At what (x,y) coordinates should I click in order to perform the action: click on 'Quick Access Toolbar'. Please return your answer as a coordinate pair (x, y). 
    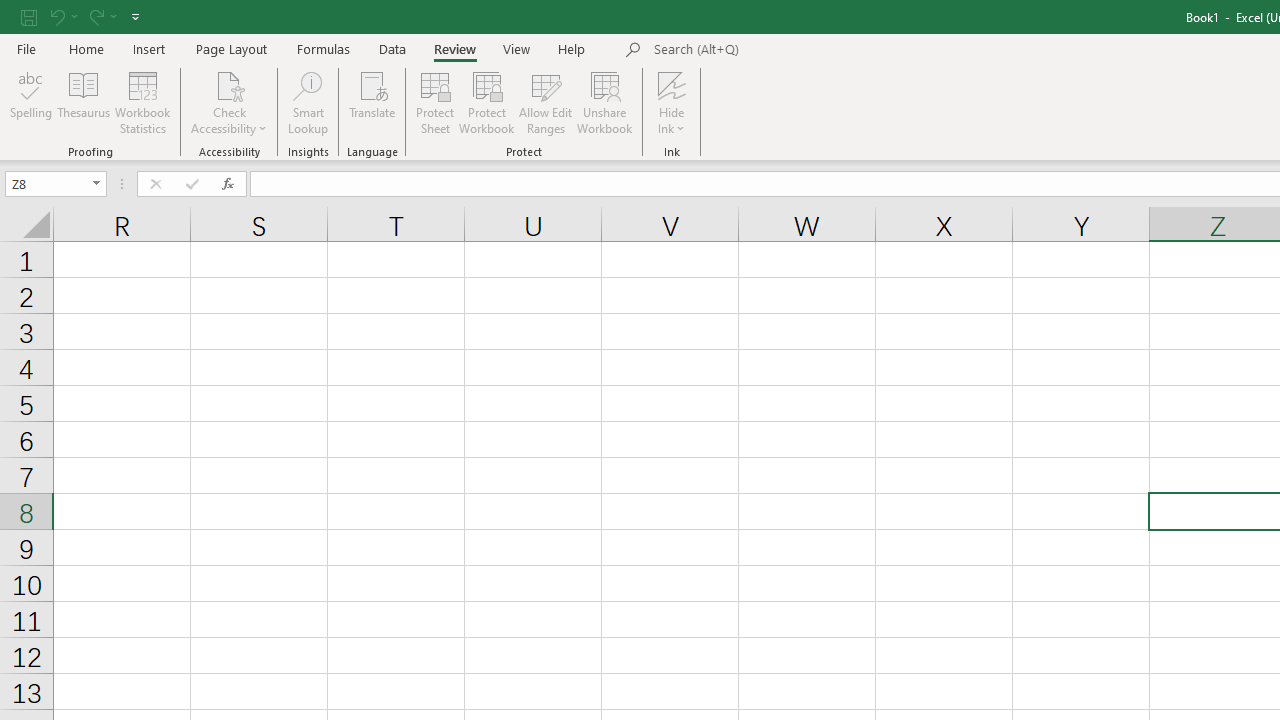
    Looking at the image, I should click on (81, 16).